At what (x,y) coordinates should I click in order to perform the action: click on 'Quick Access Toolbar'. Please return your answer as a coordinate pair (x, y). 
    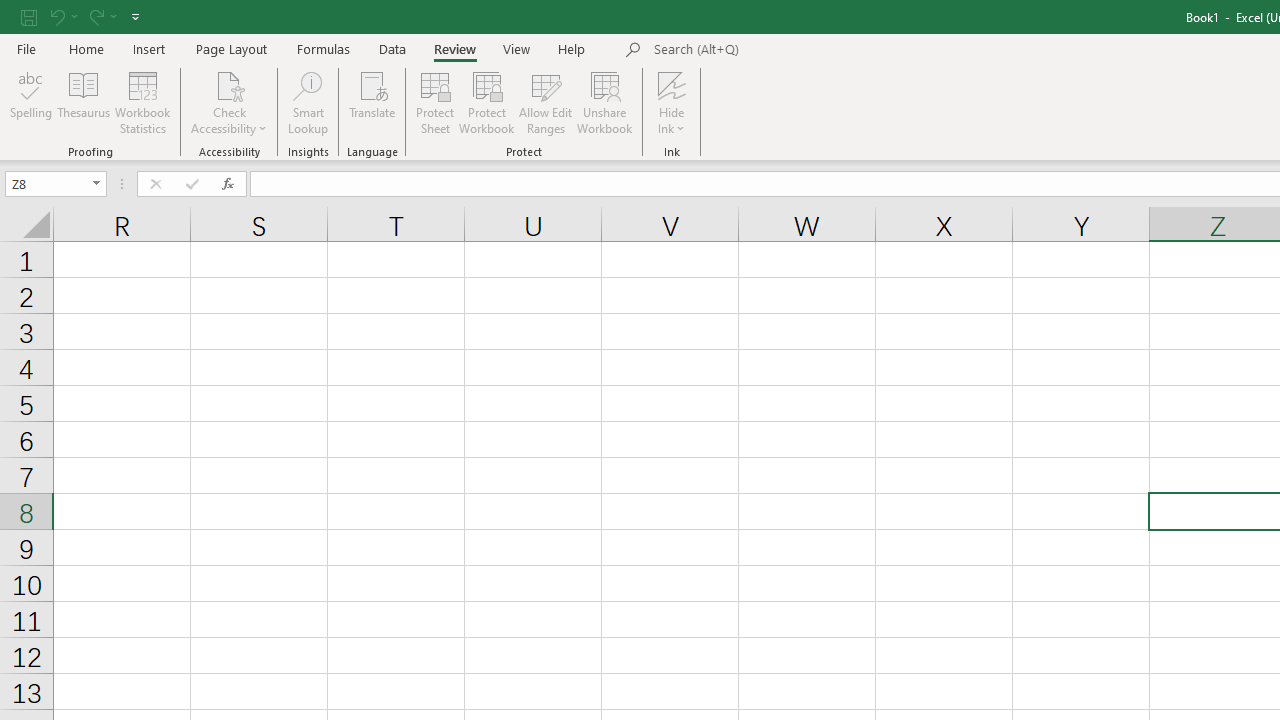
    Looking at the image, I should click on (81, 16).